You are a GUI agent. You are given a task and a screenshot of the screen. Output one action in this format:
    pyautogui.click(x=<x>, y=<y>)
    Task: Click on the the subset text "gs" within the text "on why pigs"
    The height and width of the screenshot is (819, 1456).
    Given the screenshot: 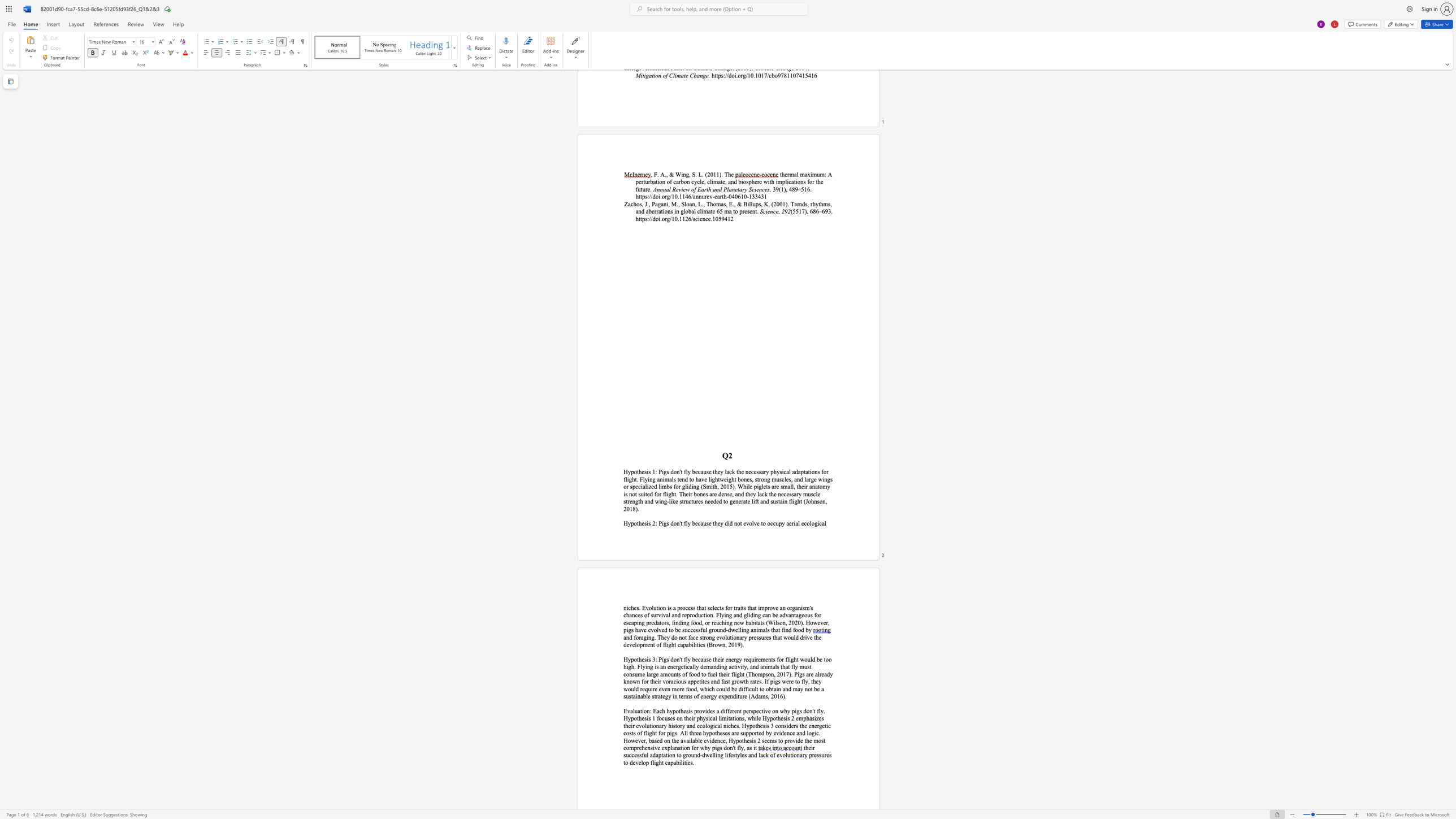 What is the action you would take?
    pyautogui.click(x=796, y=710)
    